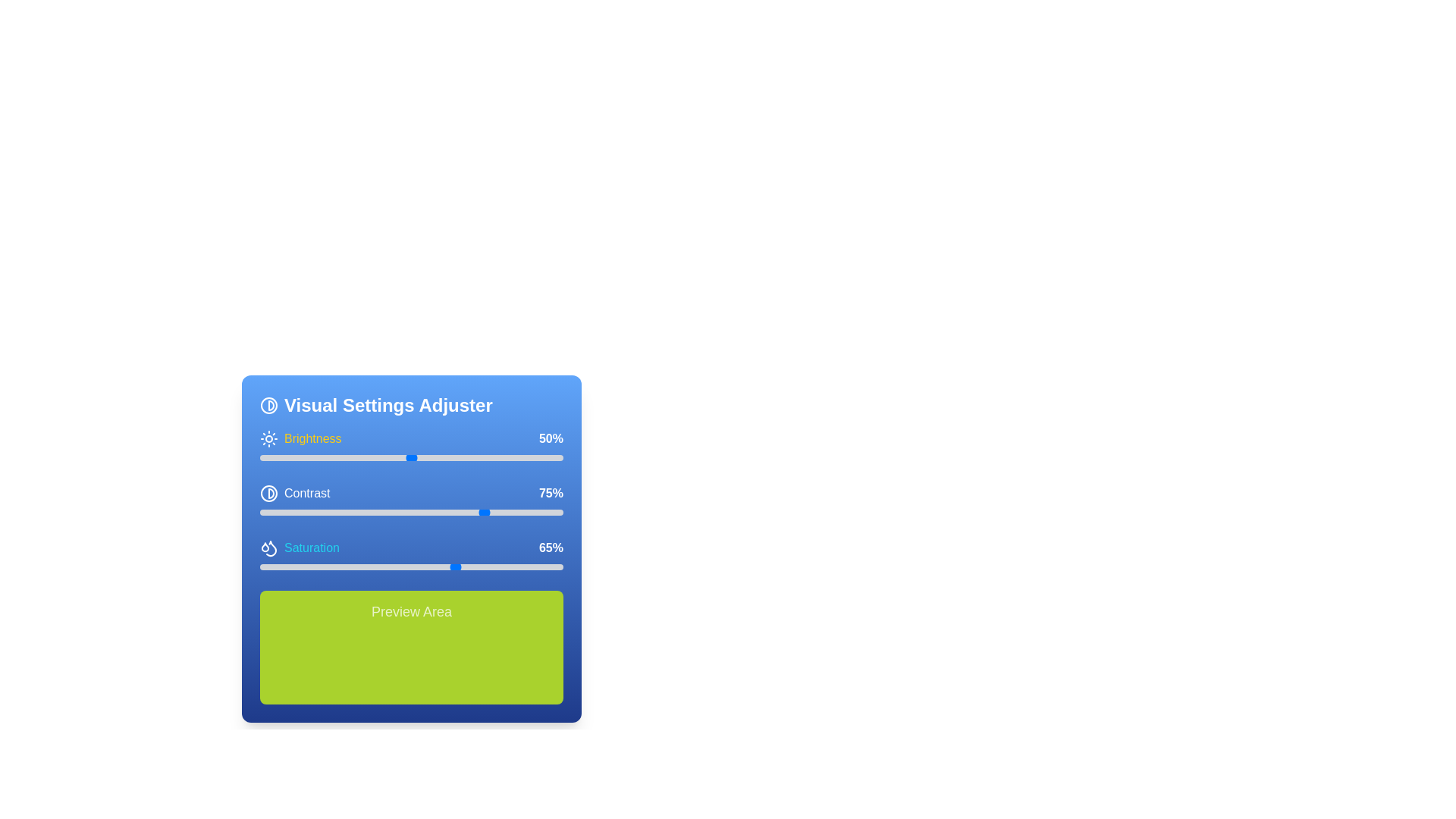  What do you see at coordinates (527, 512) in the screenshot?
I see `the contrast value` at bounding box center [527, 512].